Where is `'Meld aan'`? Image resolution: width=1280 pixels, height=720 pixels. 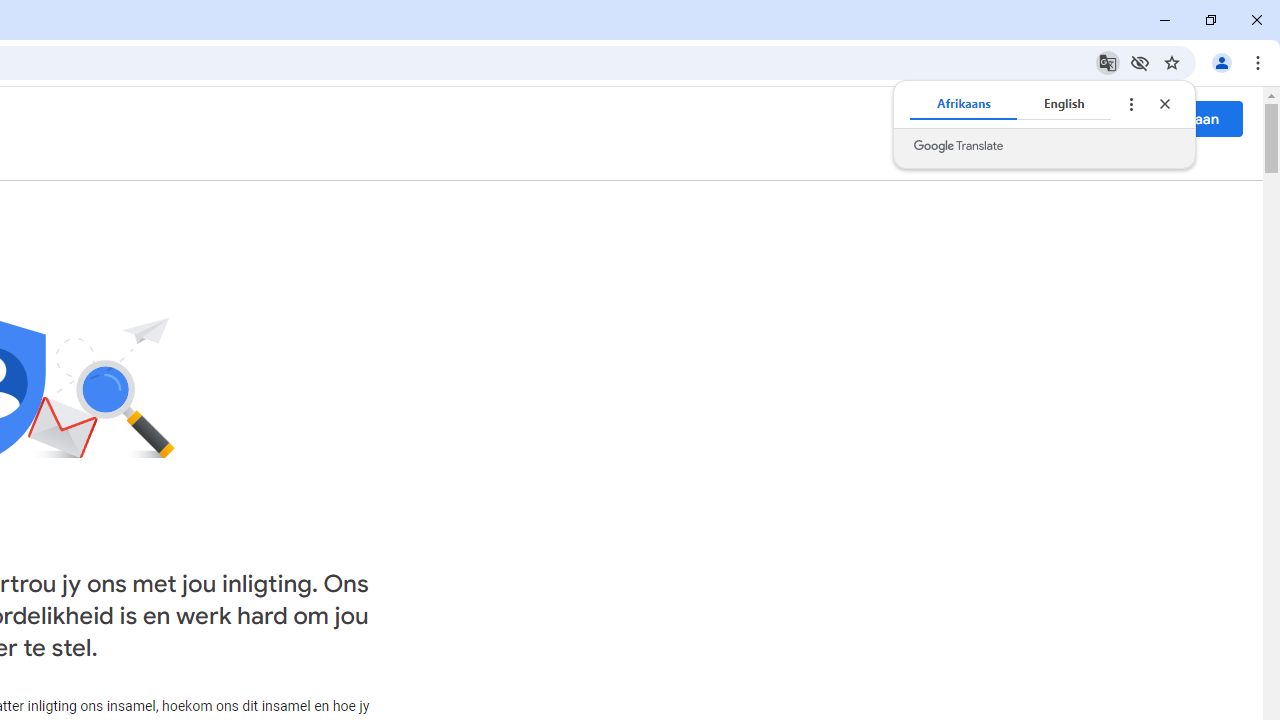 'Meld aan' is located at coordinates (1188, 118).